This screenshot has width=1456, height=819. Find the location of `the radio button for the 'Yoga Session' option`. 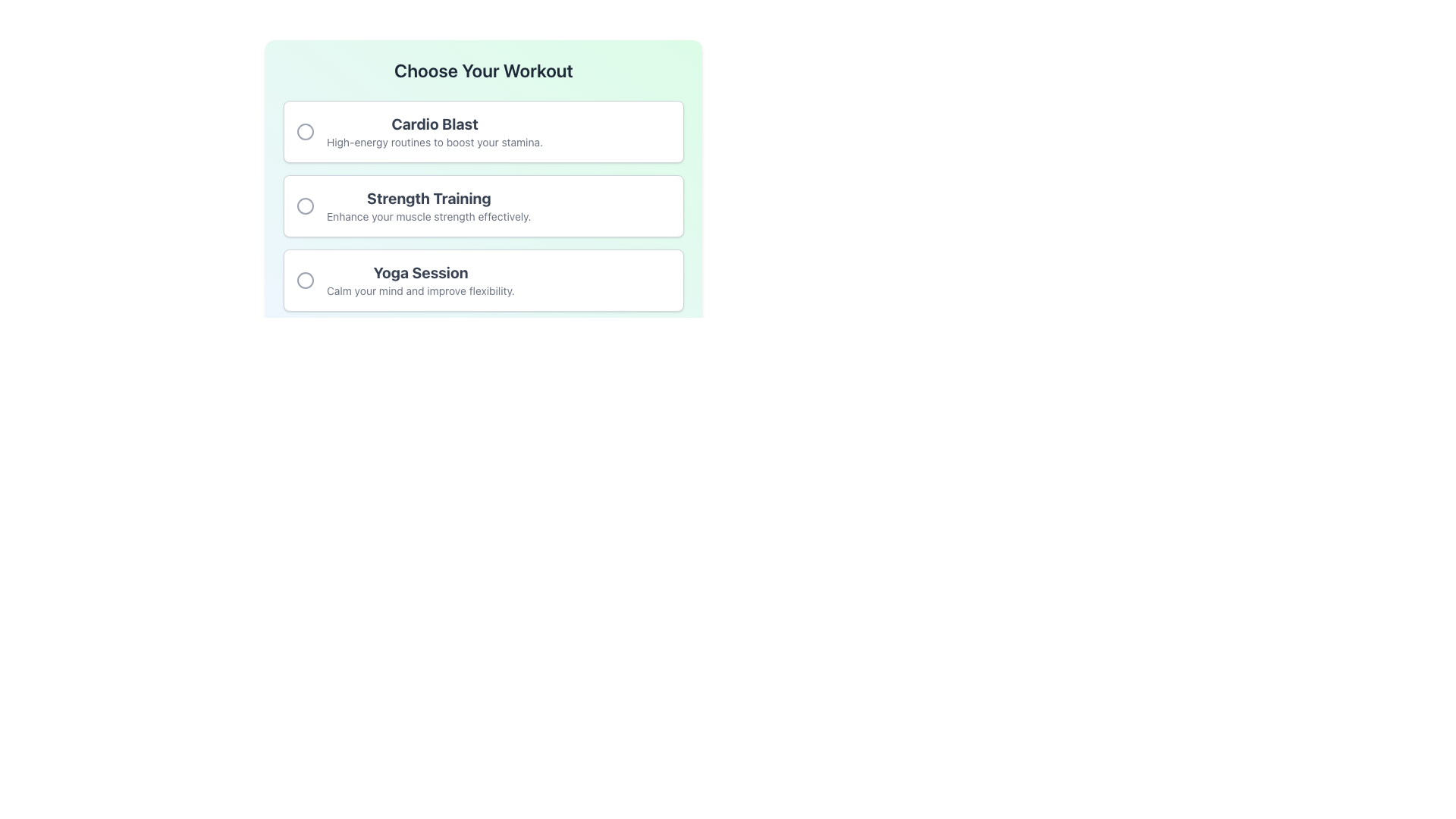

the radio button for the 'Yoga Session' option is located at coordinates (305, 281).